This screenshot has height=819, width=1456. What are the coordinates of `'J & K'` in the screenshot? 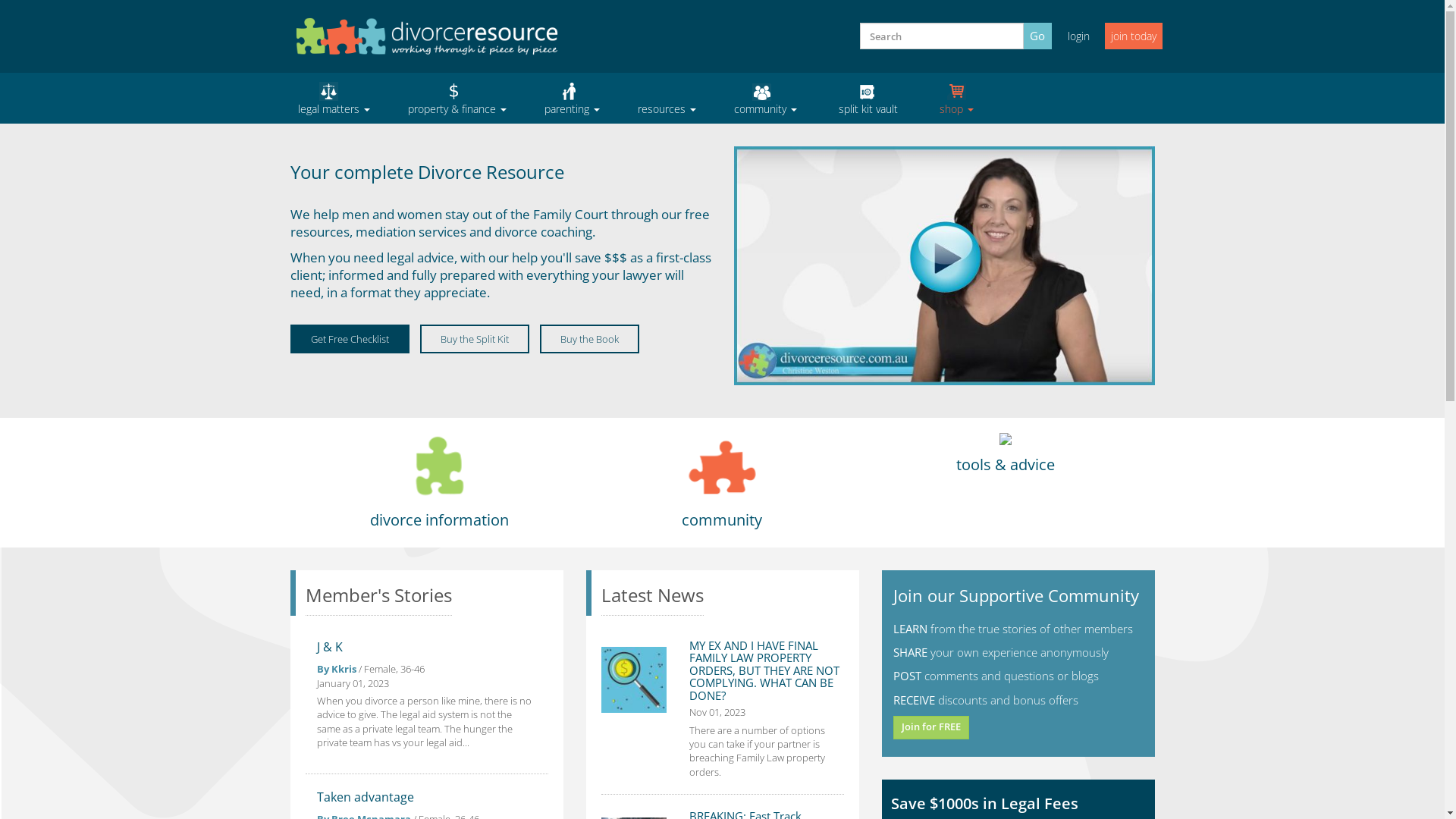 It's located at (315, 646).